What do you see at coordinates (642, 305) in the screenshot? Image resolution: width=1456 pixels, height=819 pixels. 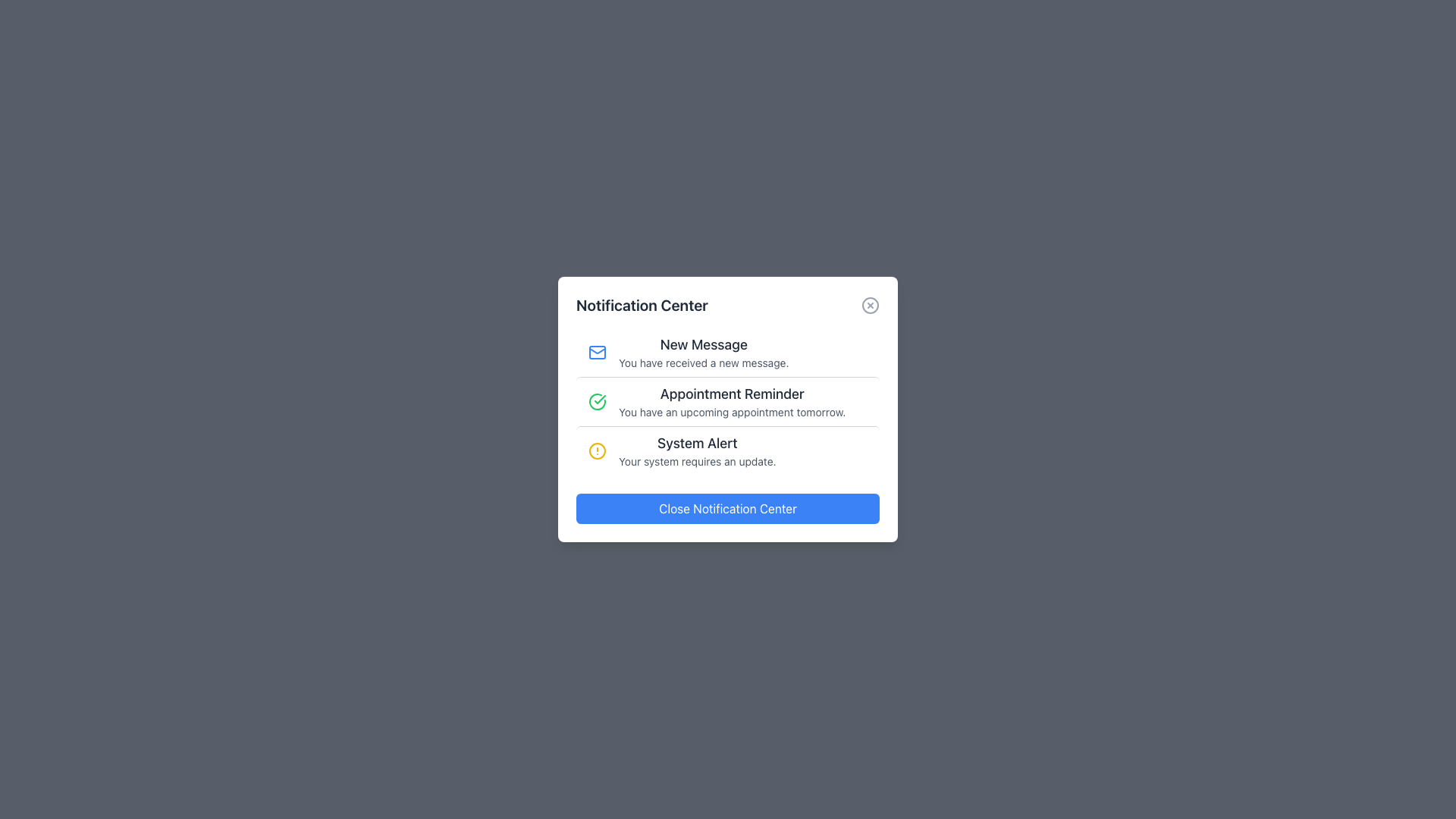 I see `text displayed in the 'Notification Center' label, which is styled in bold and dark gray at the top of the notification panel` at bounding box center [642, 305].